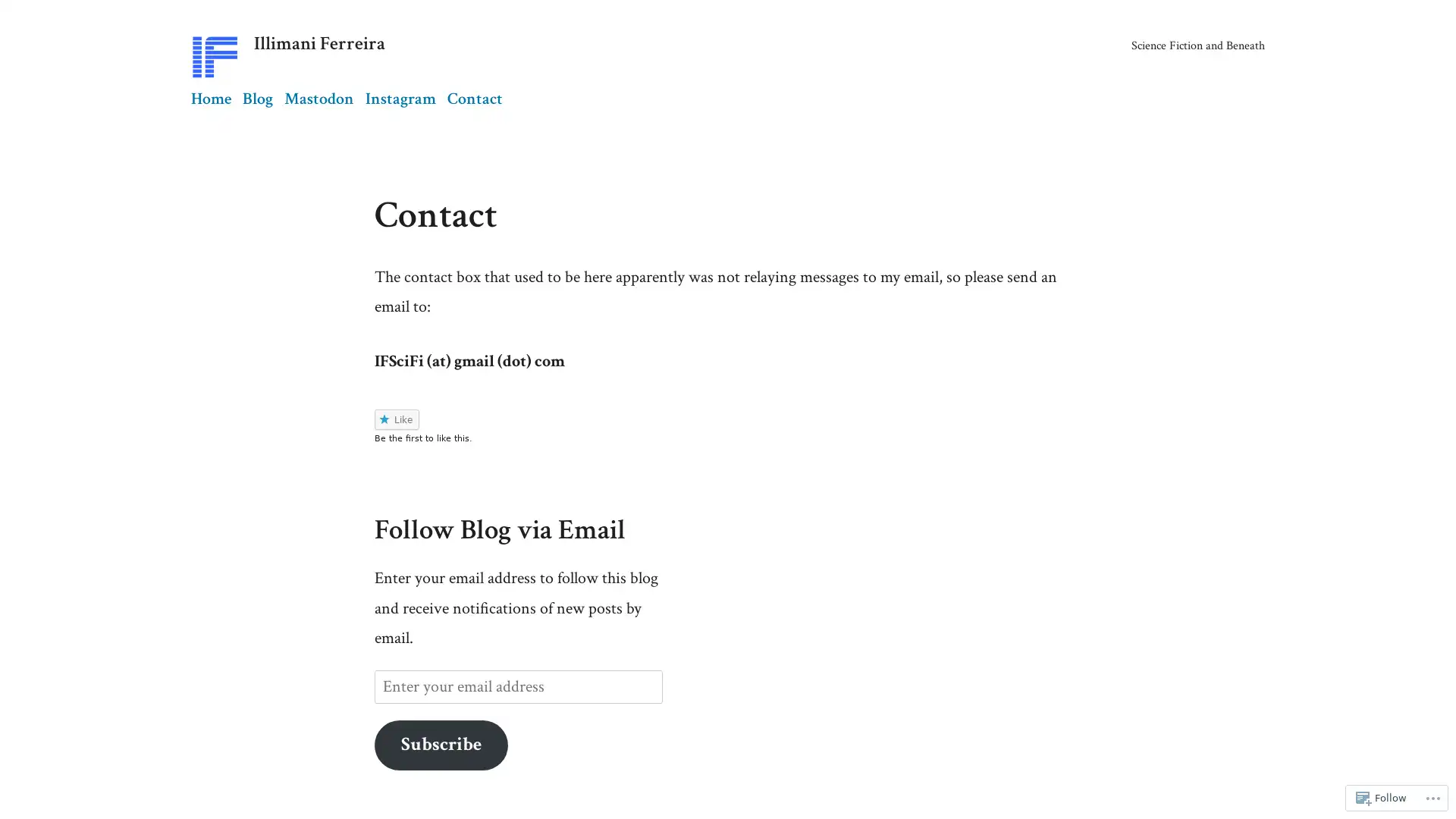 The width and height of the screenshot is (1456, 819). What do you see at coordinates (440, 744) in the screenshot?
I see `Subscribe` at bounding box center [440, 744].